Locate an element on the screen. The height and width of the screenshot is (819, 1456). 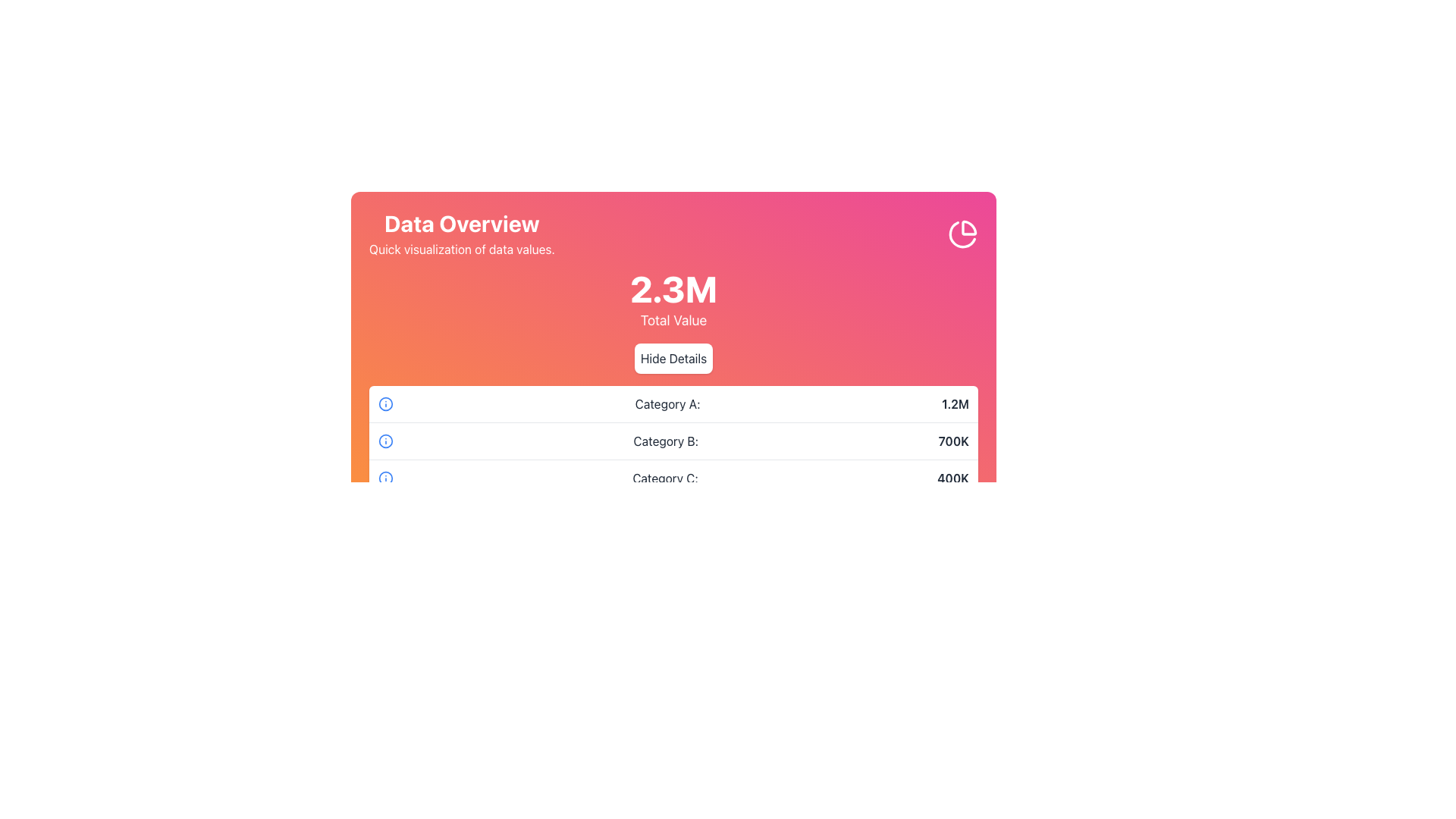
the blue circular information icon located to the left of the 'Category A: 1.2M' label, the first in a vertical sequence of similar icons is located at coordinates (385, 403).